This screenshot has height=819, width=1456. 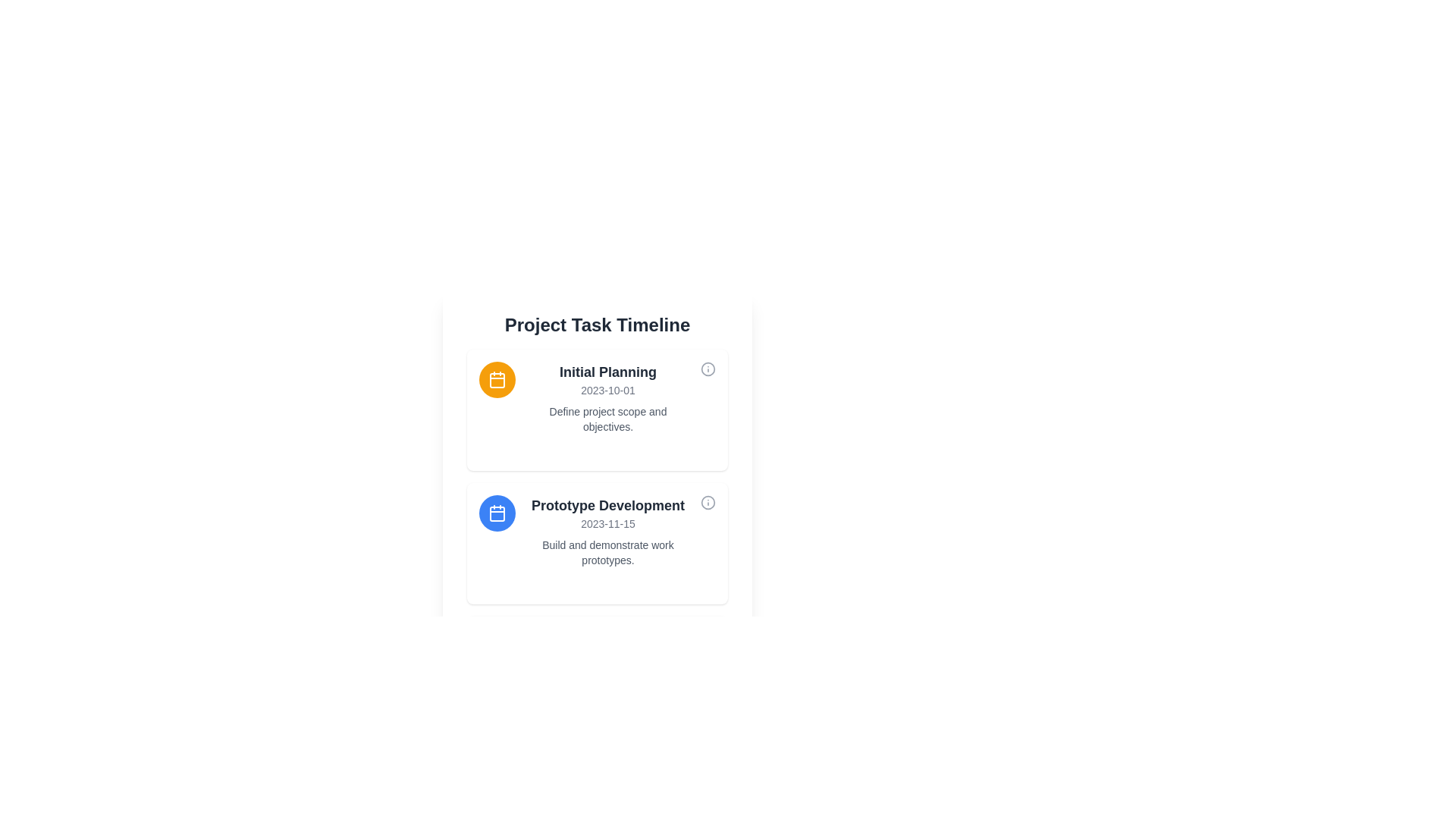 I want to click on the 'Pending' status badge located under the task 'Initial Planning' in the 'Project Task Timeline' section, so click(x=607, y=449).